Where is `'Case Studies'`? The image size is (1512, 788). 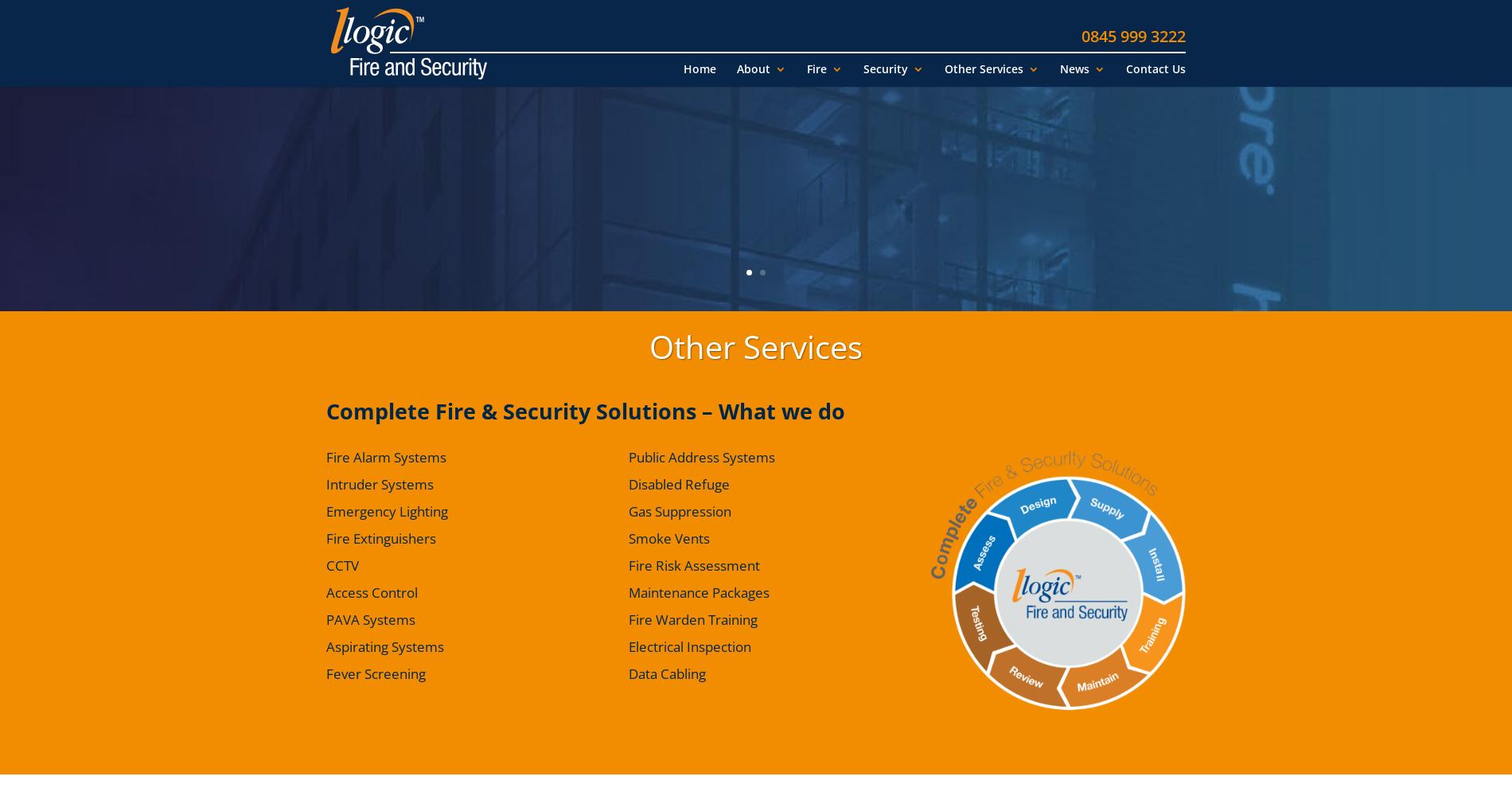
'Case Studies' is located at coordinates (787, 159).